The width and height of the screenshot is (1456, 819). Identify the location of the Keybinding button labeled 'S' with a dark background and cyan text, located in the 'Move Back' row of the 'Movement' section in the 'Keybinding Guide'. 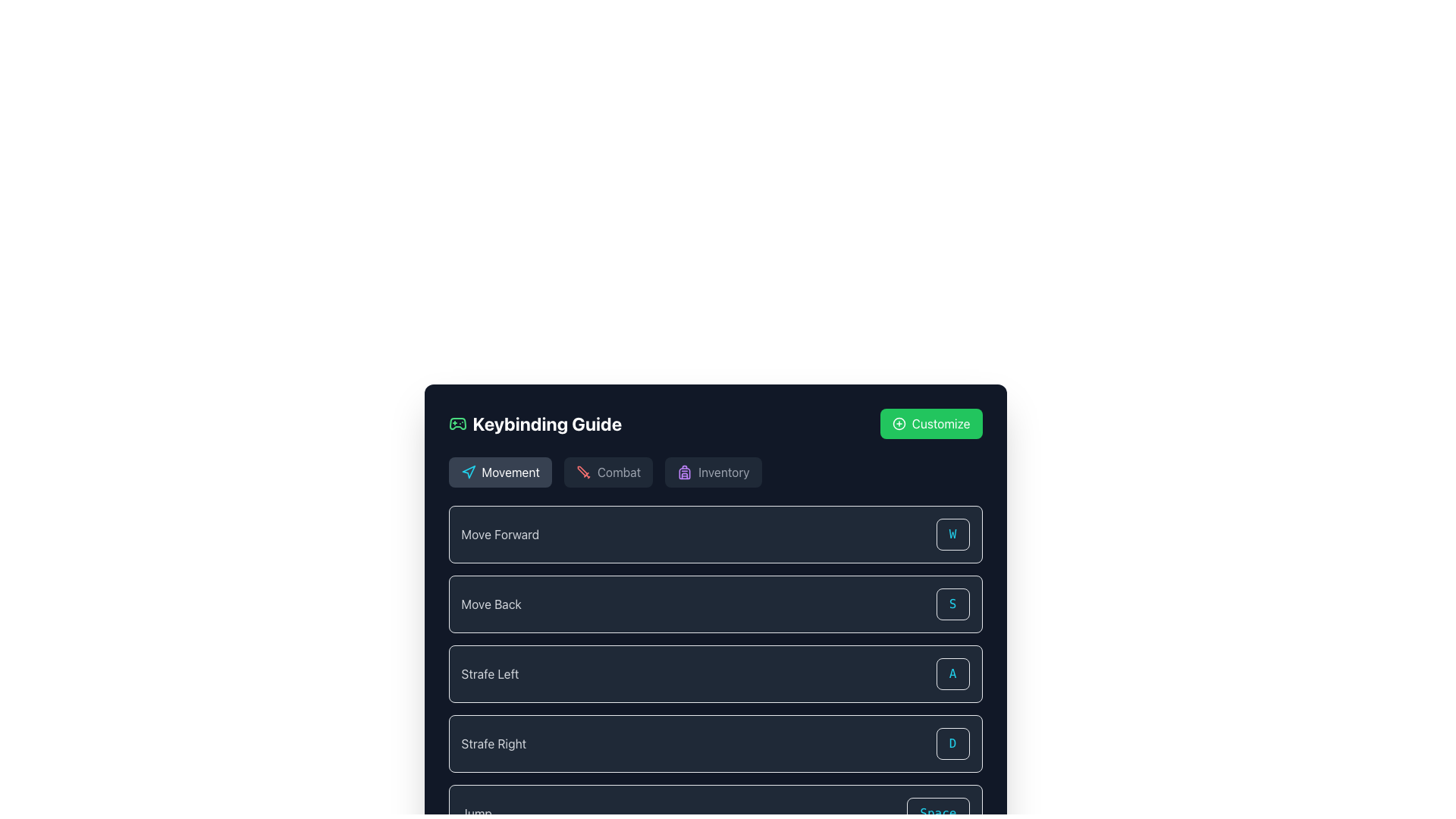
(952, 604).